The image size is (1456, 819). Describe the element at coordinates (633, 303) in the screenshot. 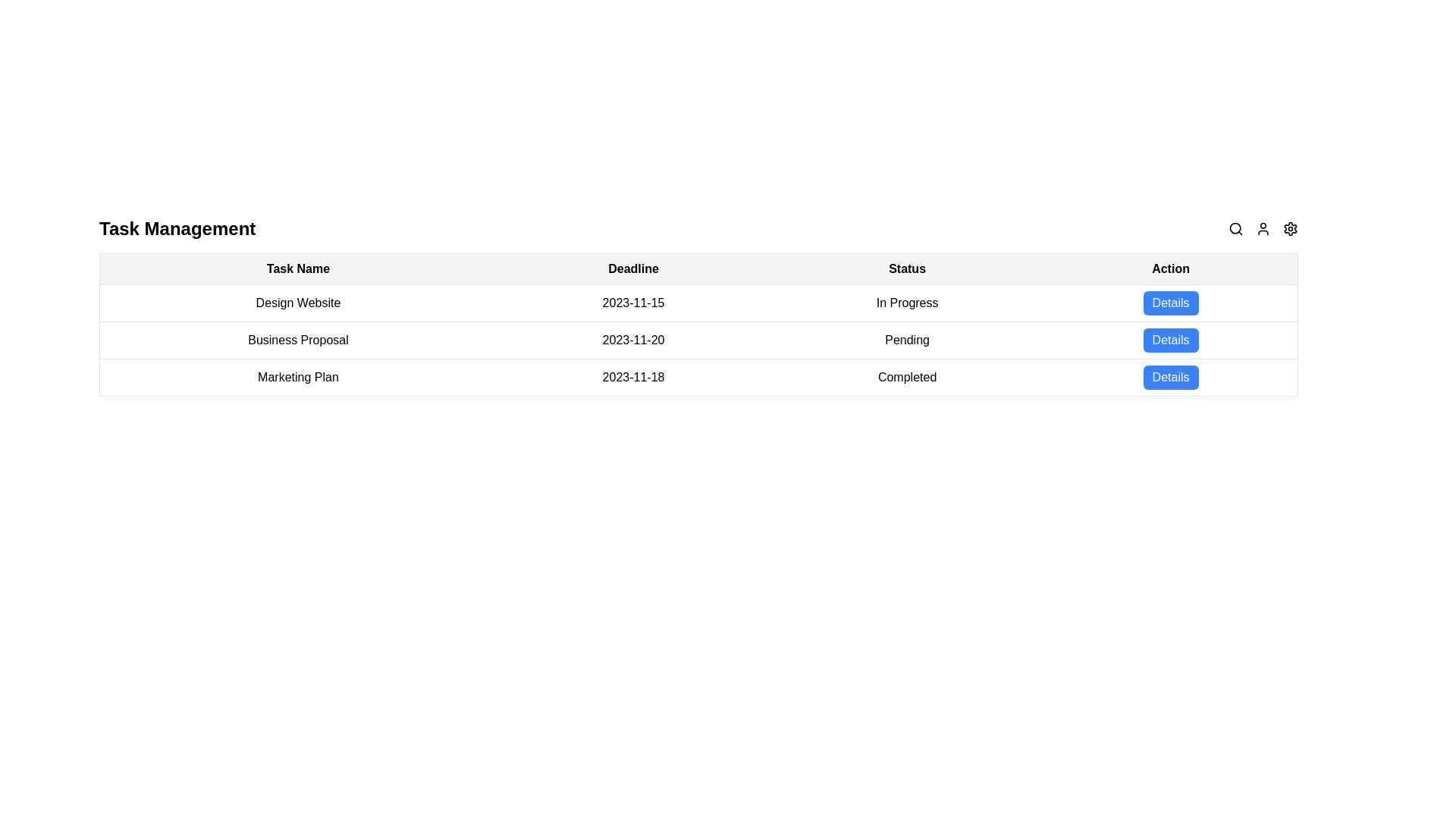

I see `the text element displaying the date '2023-11-15' in the 'Deadline' column, which is aligned with other date entries in the table` at that location.